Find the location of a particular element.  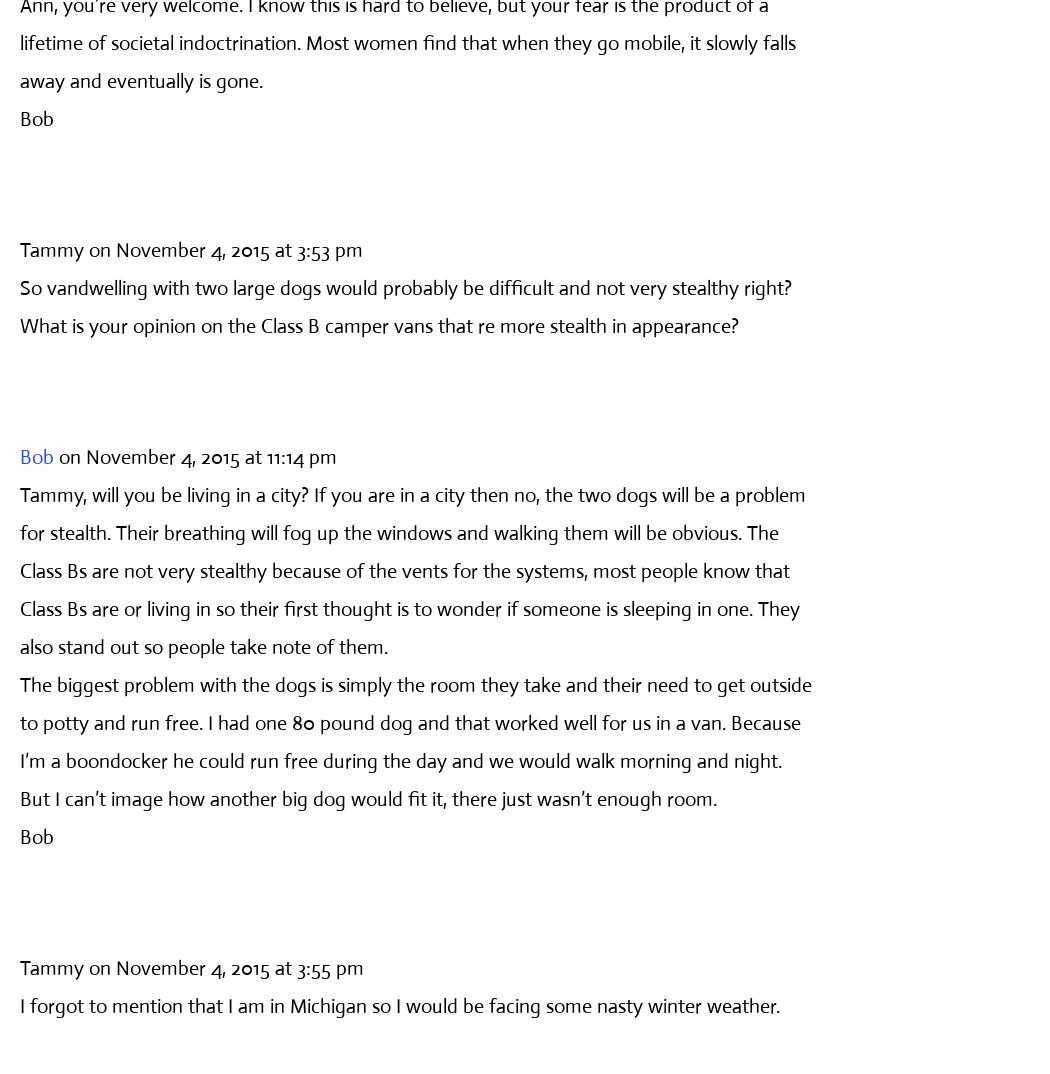

'The biggest problem with the dogs is simply the room they take and their need to get outside to potty and run free.  I had one 80 pound dog and that worked well for us in a van. Because I’m a boondocker he could run free during the day and we would walk morning and night.' is located at coordinates (19, 722).